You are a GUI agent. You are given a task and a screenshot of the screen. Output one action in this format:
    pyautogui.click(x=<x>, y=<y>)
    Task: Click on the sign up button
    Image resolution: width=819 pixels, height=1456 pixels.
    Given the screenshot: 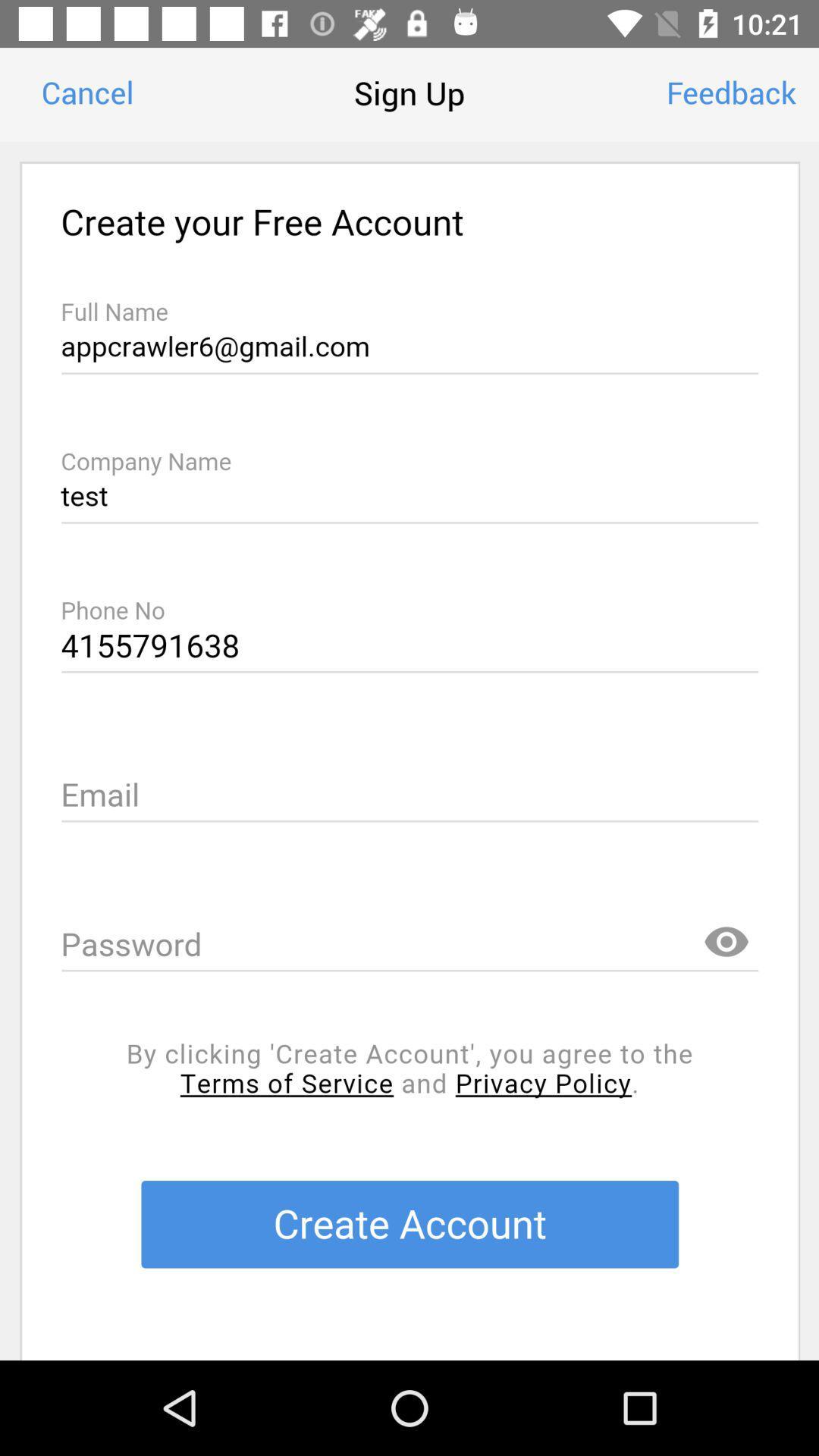 What is the action you would take?
    pyautogui.click(x=409, y=751)
    